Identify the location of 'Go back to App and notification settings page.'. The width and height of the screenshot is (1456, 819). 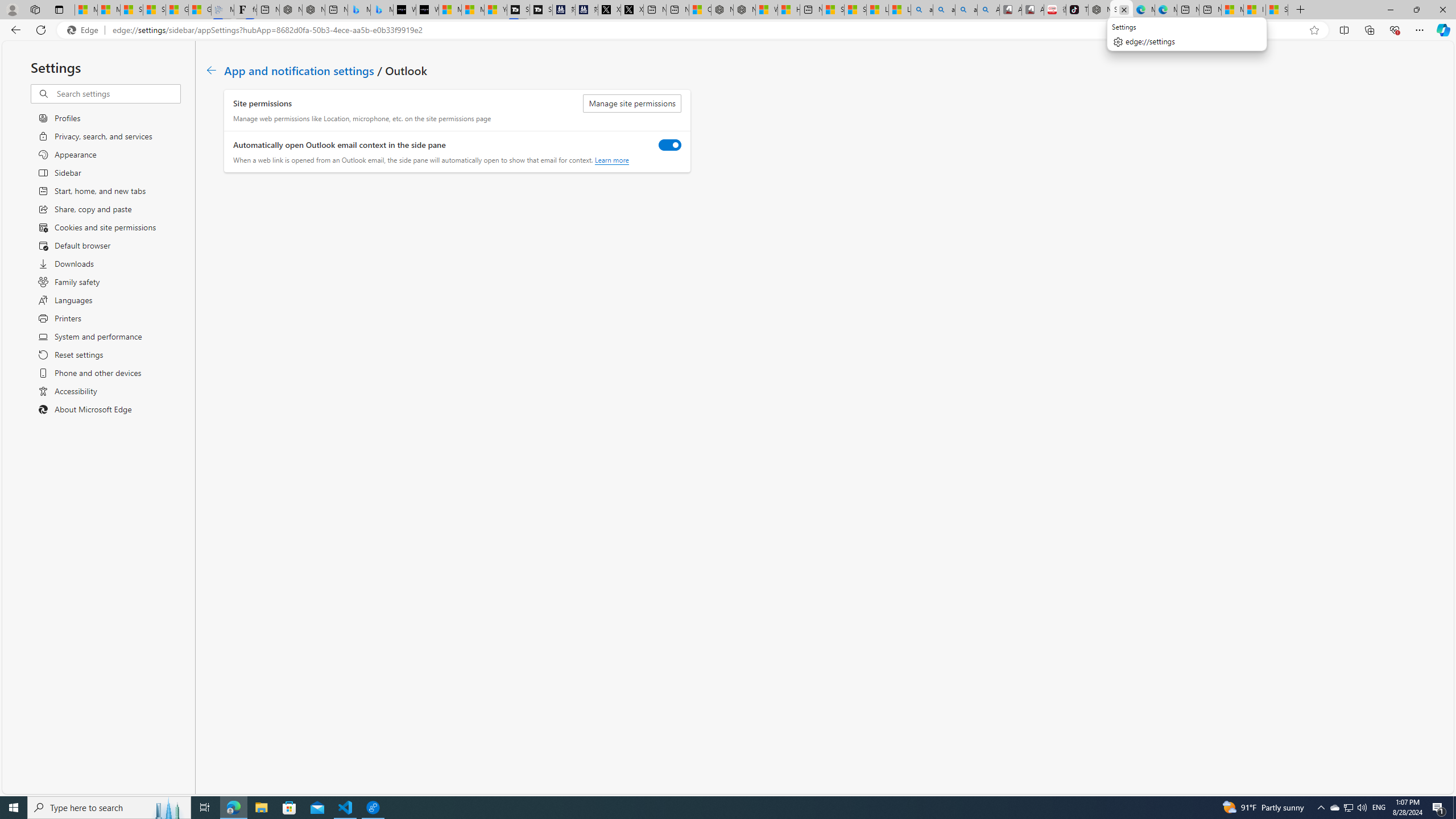
(210, 70).